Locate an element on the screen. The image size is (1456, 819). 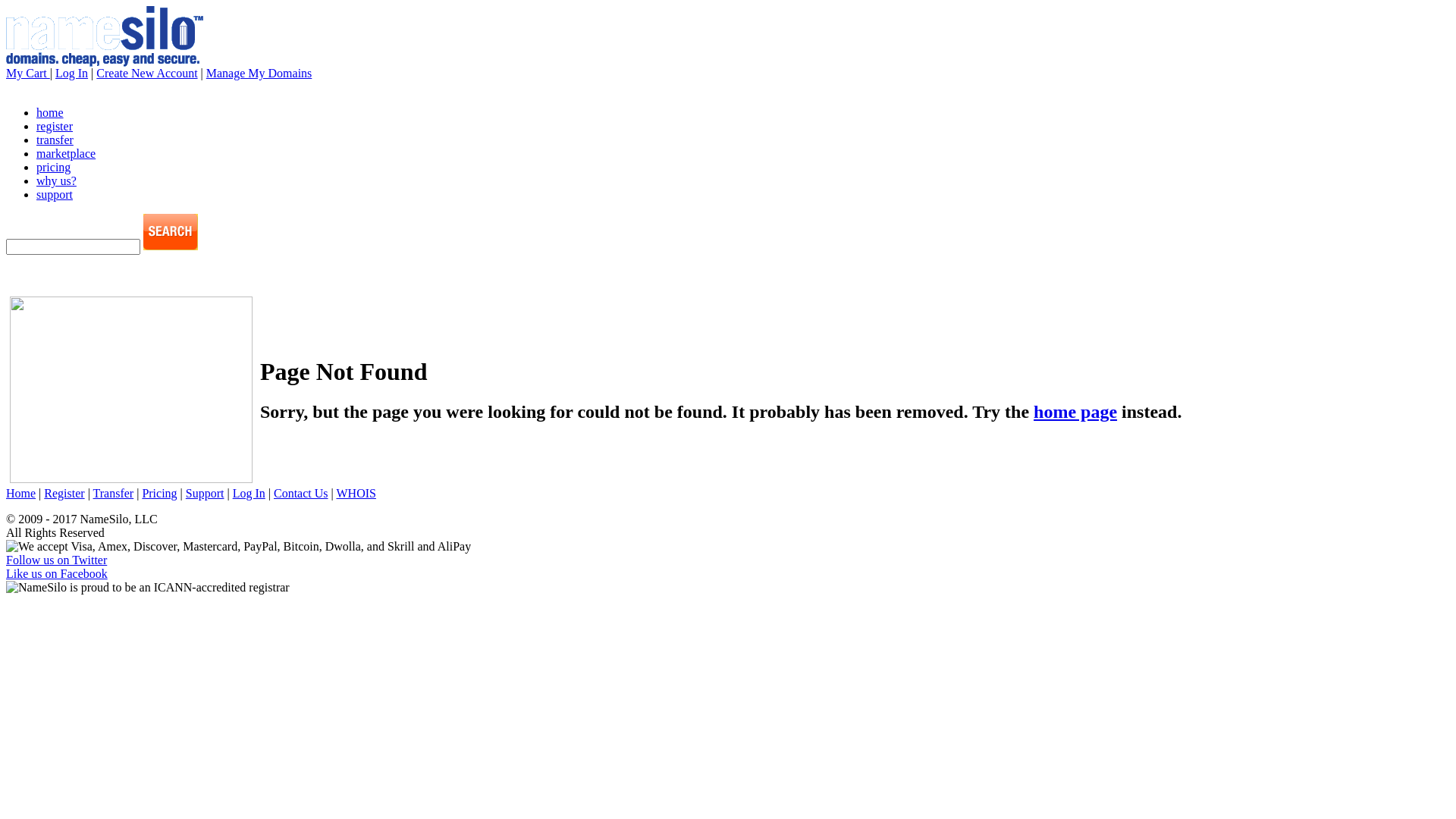
'register' is located at coordinates (55, 125).